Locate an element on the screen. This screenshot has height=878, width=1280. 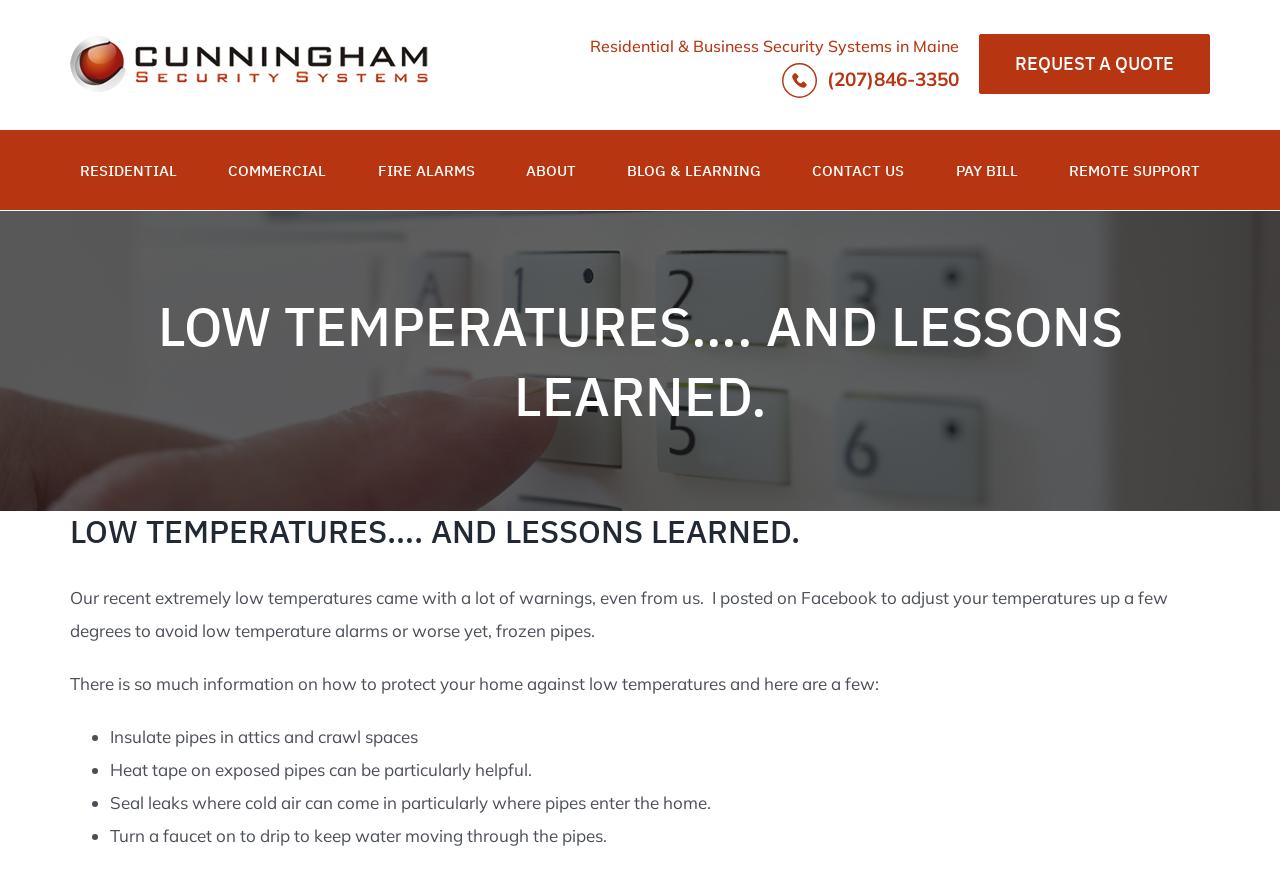
'Product Manuals' is located at coordinates (707, 265).